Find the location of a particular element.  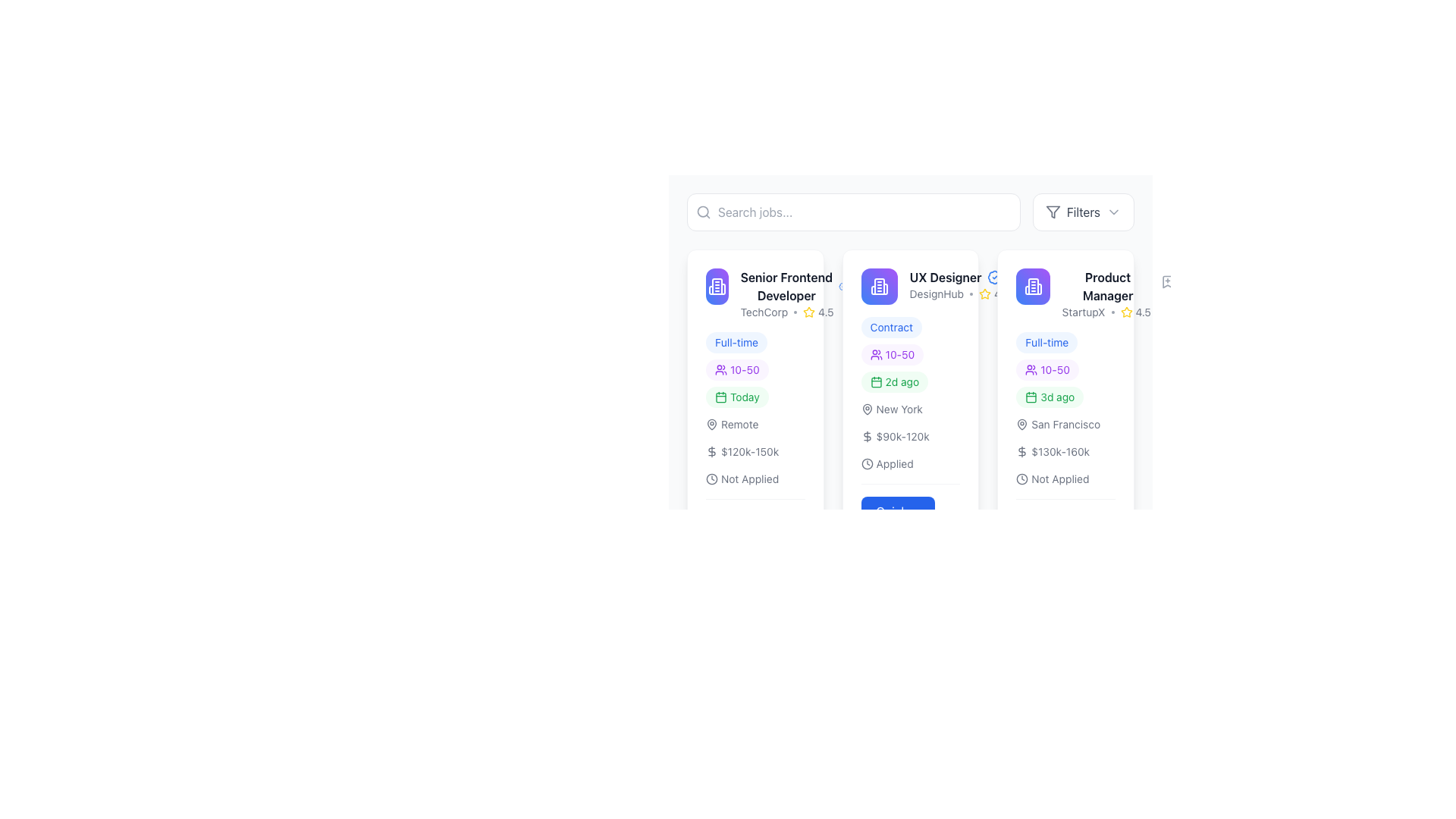

the 'Product Manager' text display element is located at coordinates (1108, 294).